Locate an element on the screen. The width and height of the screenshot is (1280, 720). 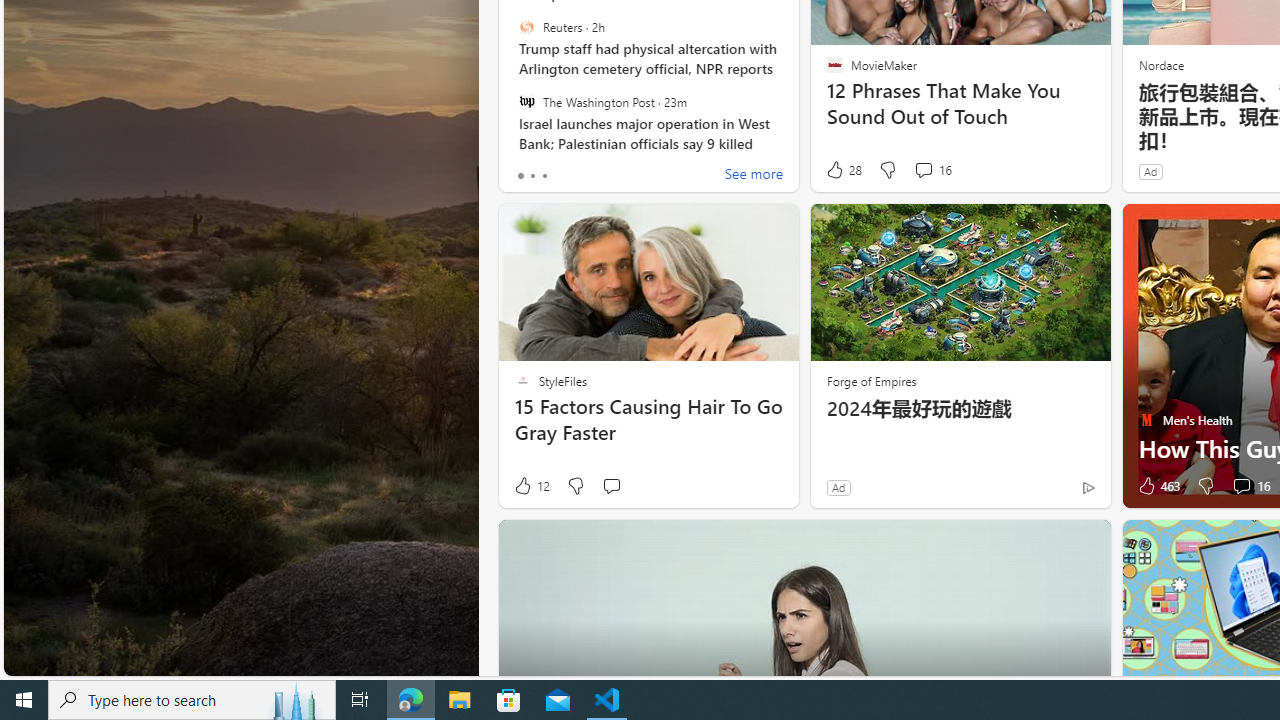
'28 Like' is located at coordinates (843, 169).